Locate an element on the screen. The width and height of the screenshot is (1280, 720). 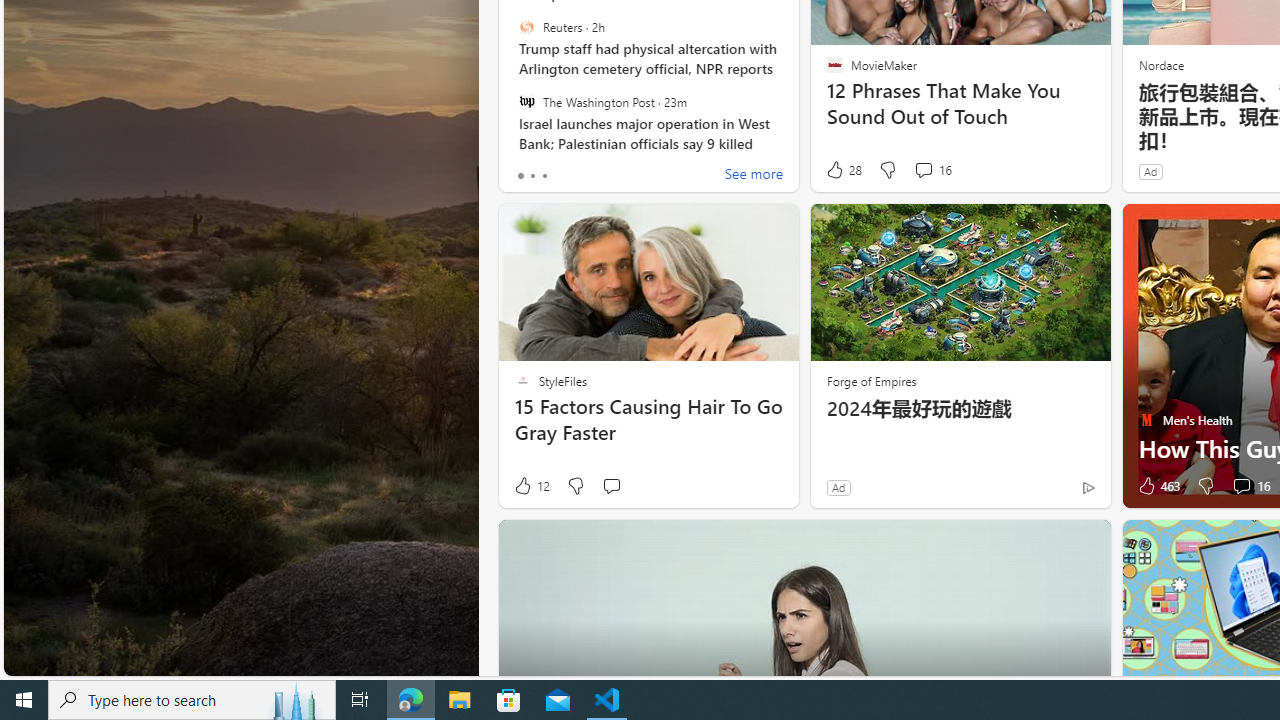
'28 Like' is located at coordinates (843, 169).